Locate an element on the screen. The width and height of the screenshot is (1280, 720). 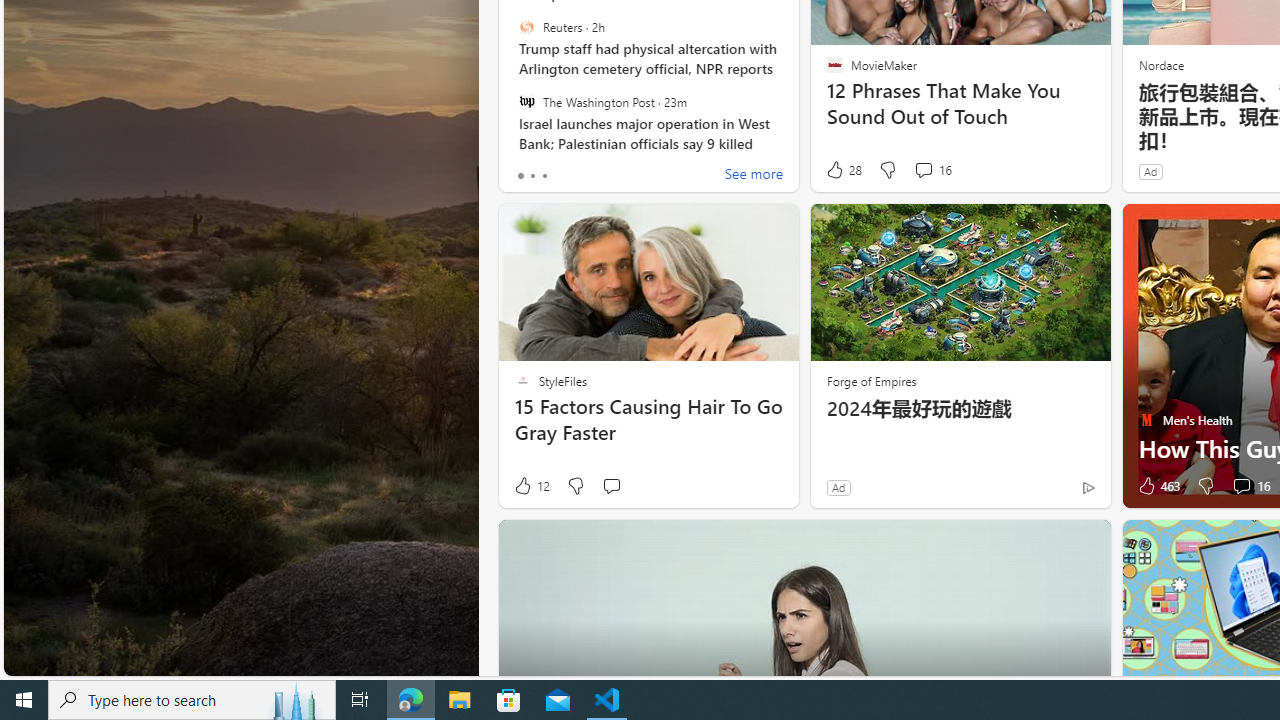
'28 Like' is located at coordinates (843, 169).